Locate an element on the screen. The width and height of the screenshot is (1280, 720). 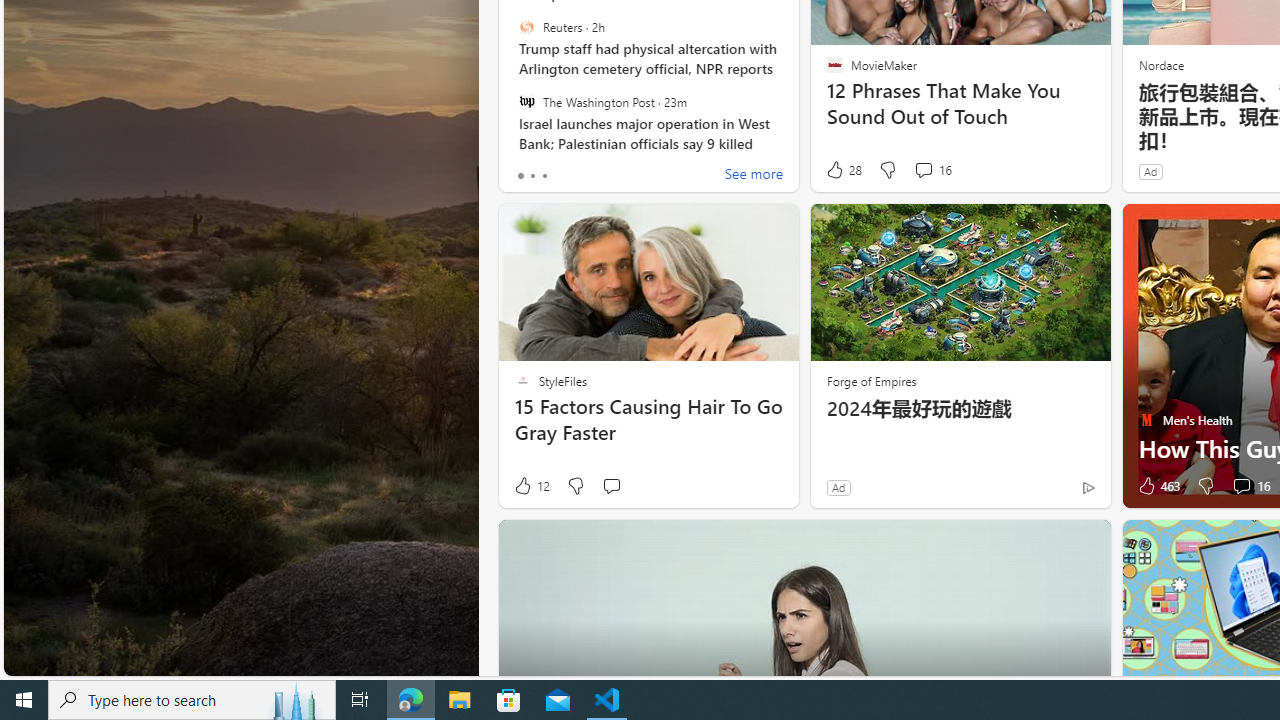
'28 Like' is located at coordinates (843, 169).